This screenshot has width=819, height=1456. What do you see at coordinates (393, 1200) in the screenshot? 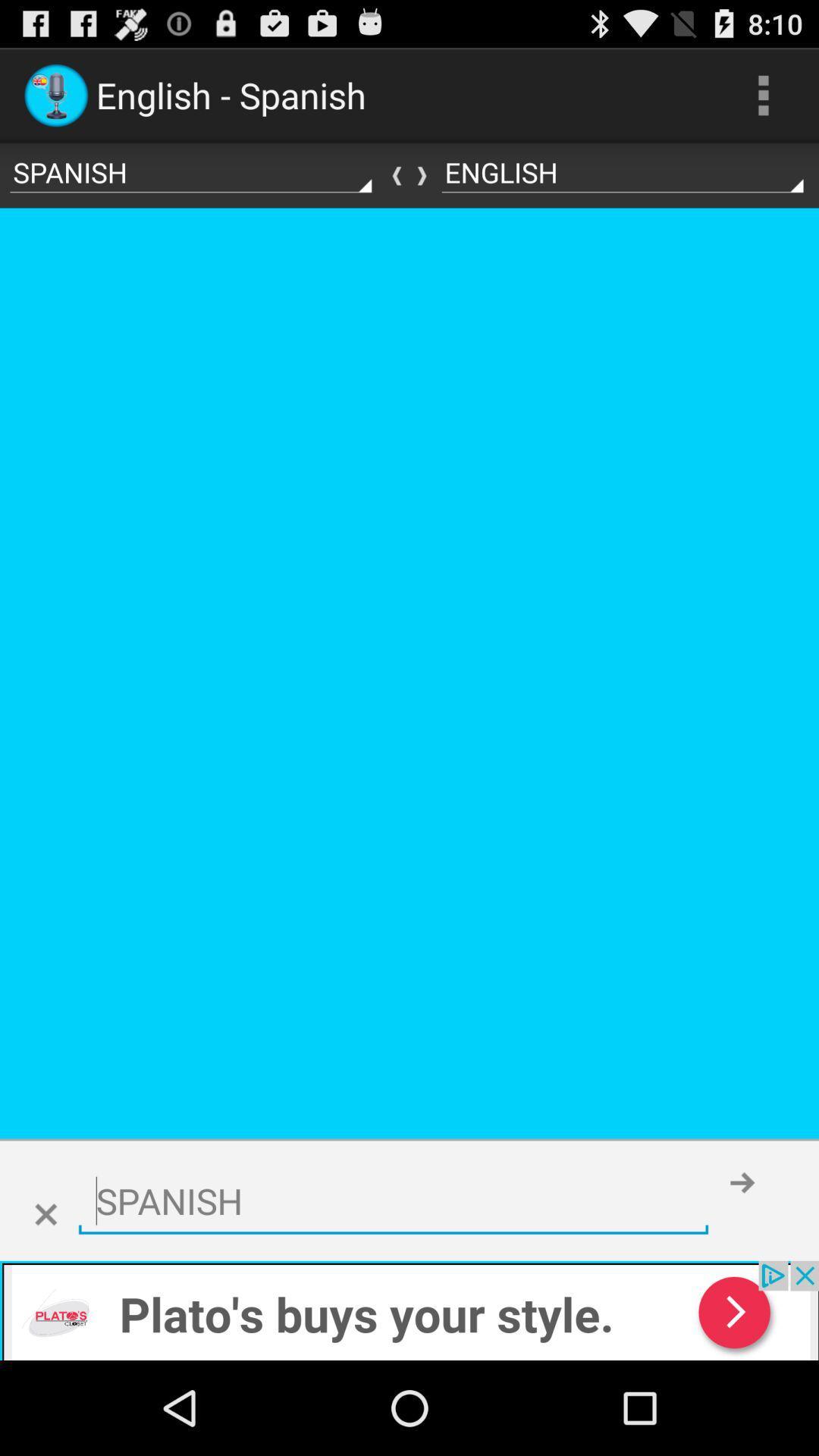
I see `choose the language` at bounding box center [393, 1200].